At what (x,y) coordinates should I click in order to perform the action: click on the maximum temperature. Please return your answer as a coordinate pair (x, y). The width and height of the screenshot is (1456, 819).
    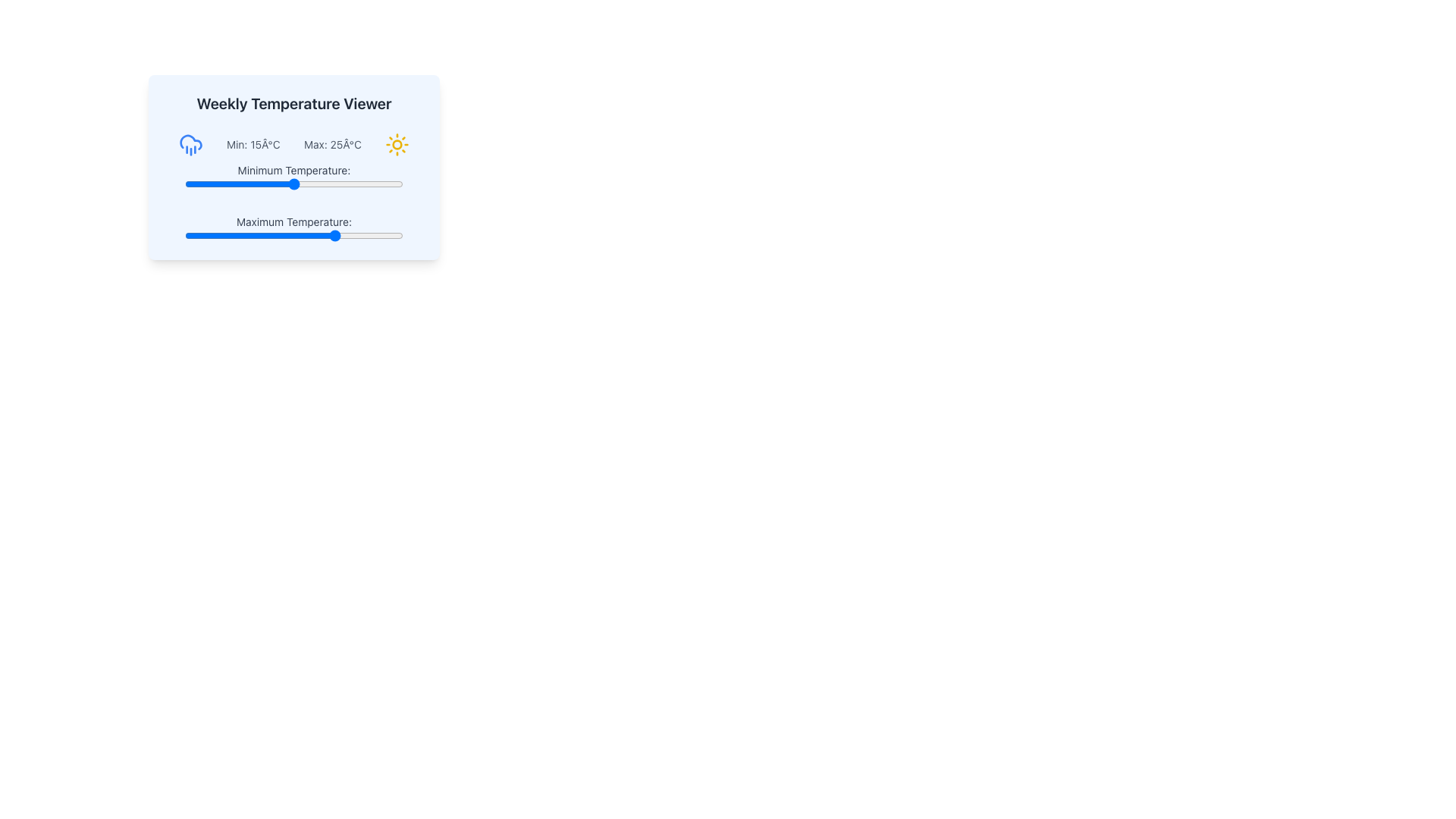
    Looking at the image, I should click on (341, 236).